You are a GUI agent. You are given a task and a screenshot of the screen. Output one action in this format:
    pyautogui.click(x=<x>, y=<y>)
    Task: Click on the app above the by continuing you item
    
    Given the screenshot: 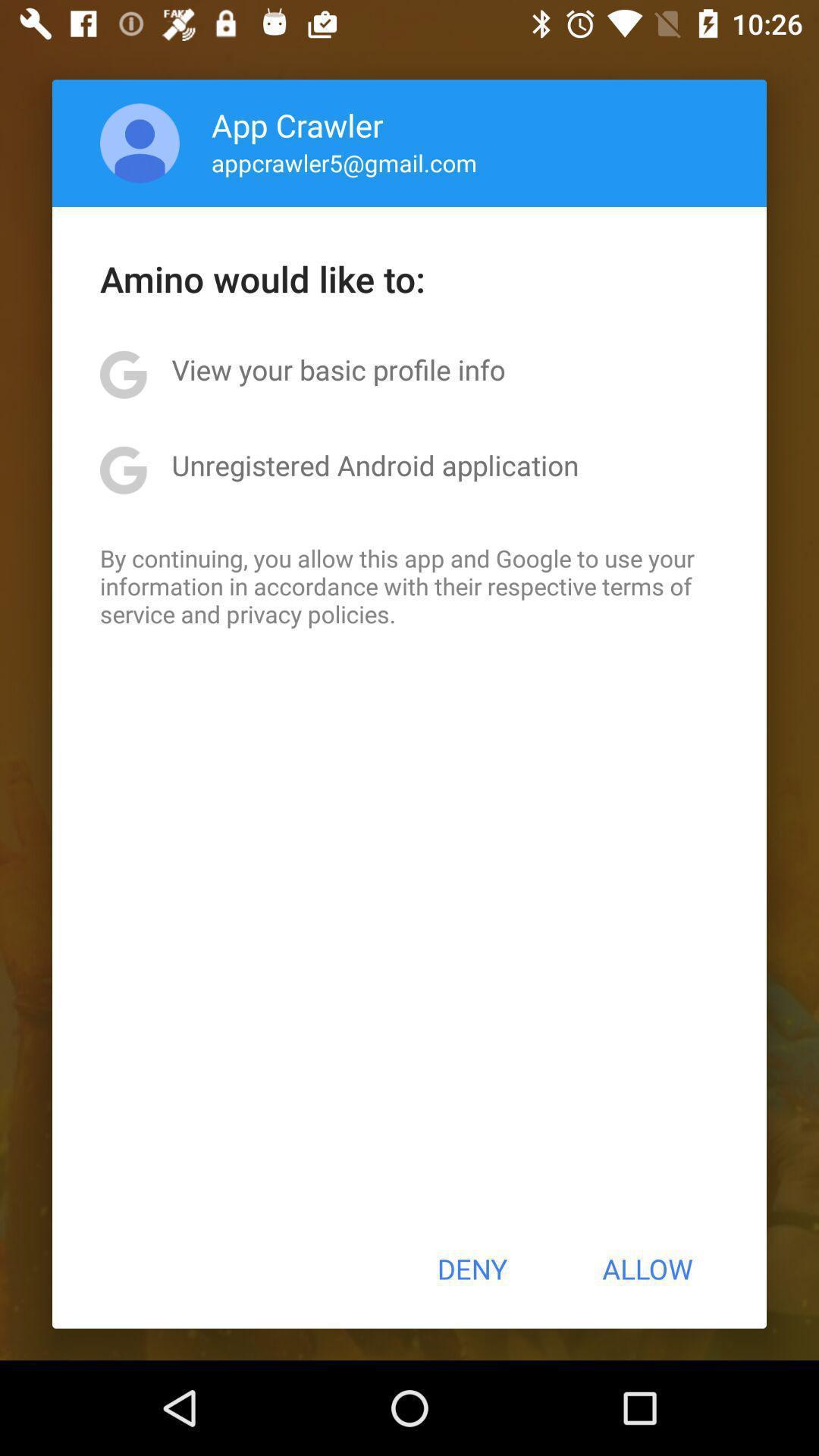 What is the action you would take?
    pyautogui.click(x=375, y=464)
    